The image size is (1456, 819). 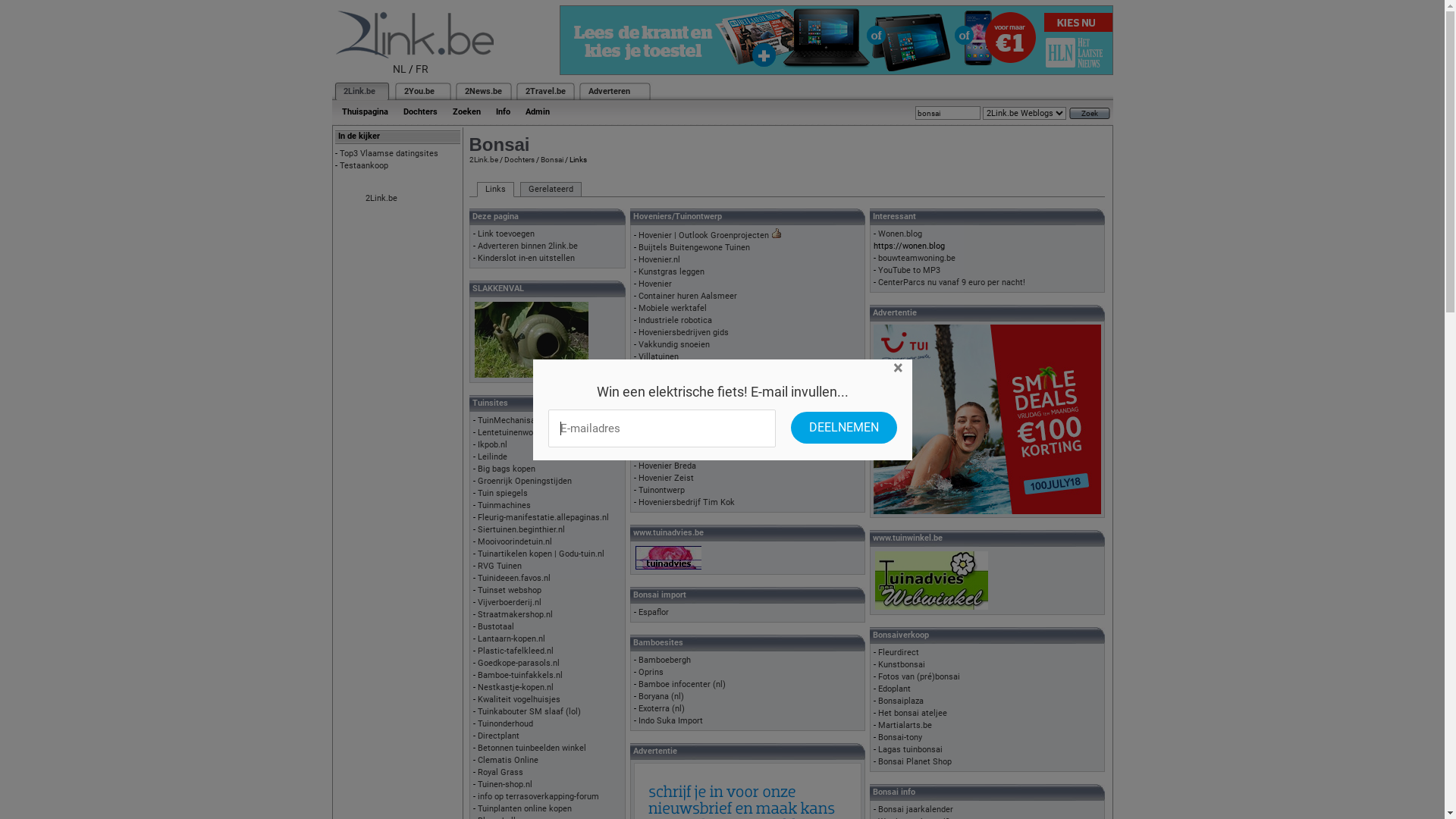 What do you see at coordinates (672, 307) in the screenshot?
I see `'Mobiele werktafel'` at bounding box center [672, 307].